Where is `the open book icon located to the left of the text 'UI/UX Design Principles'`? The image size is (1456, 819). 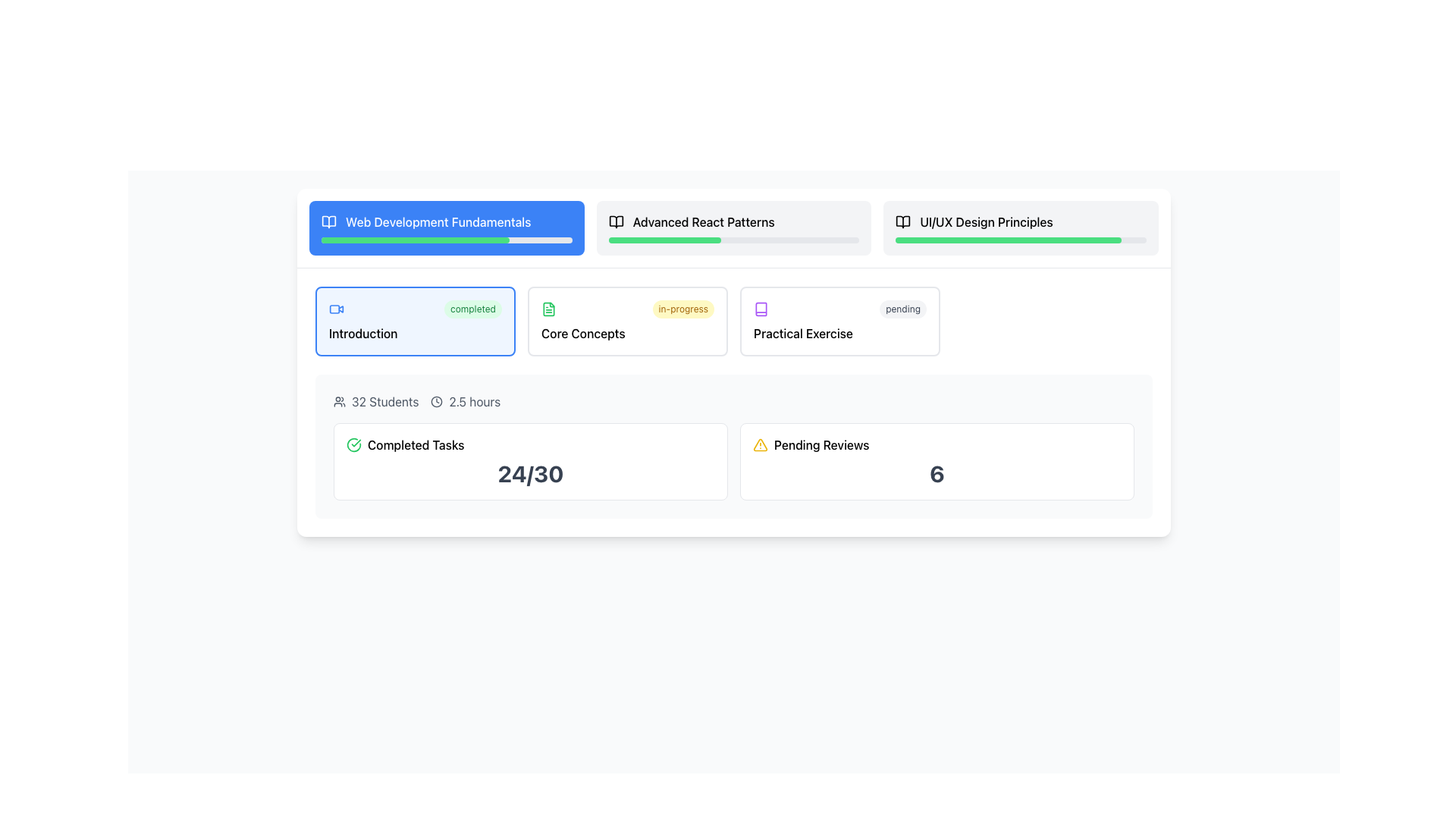
the open book icon located to the left of the text 'UI/UX Design Principles' is located at coordinates (903, 222).